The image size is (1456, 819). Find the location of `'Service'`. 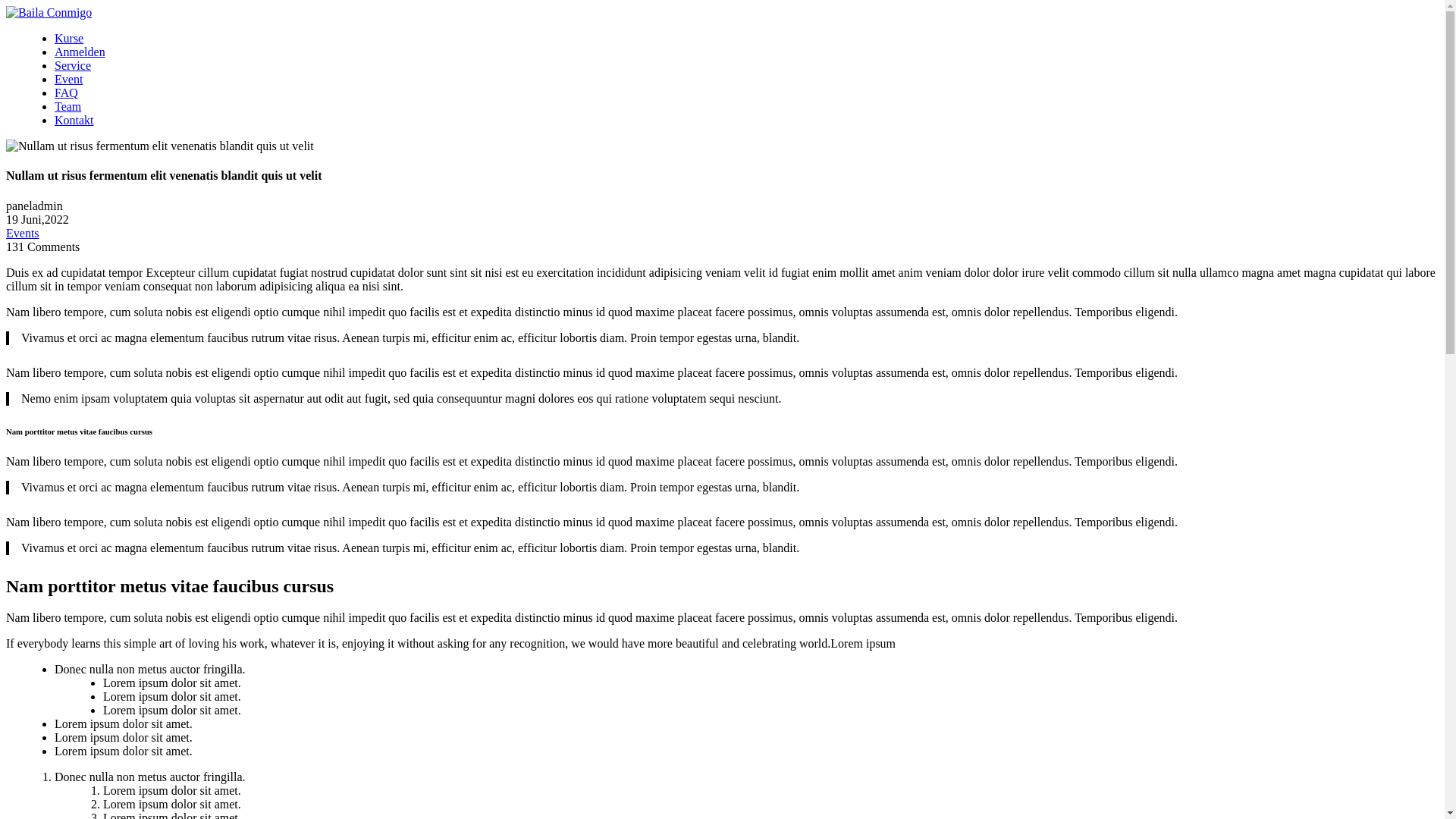

'Service' is located at coordinates (72, 64).